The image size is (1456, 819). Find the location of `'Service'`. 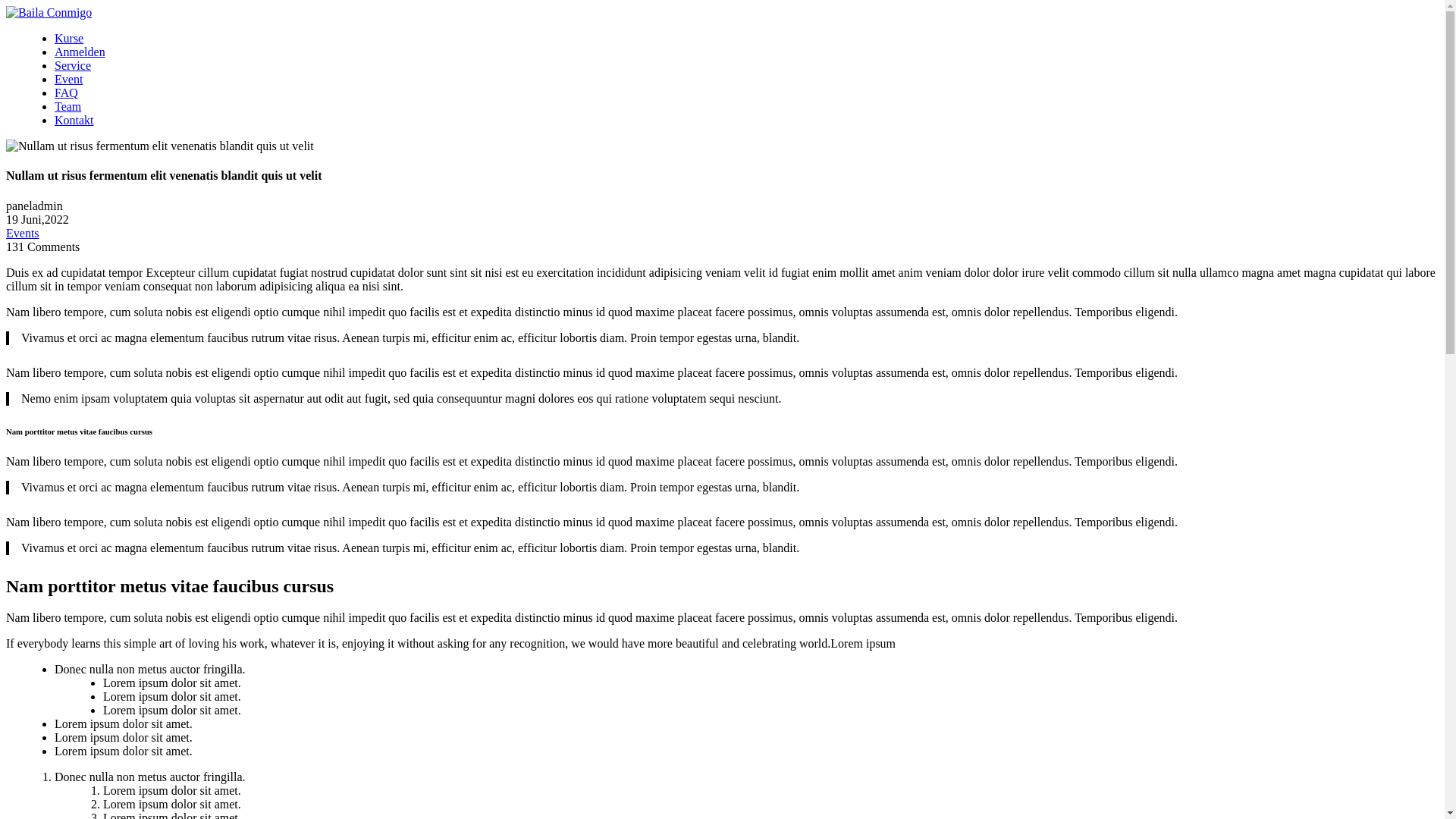

'Service' is located at coordinates (72, 64).